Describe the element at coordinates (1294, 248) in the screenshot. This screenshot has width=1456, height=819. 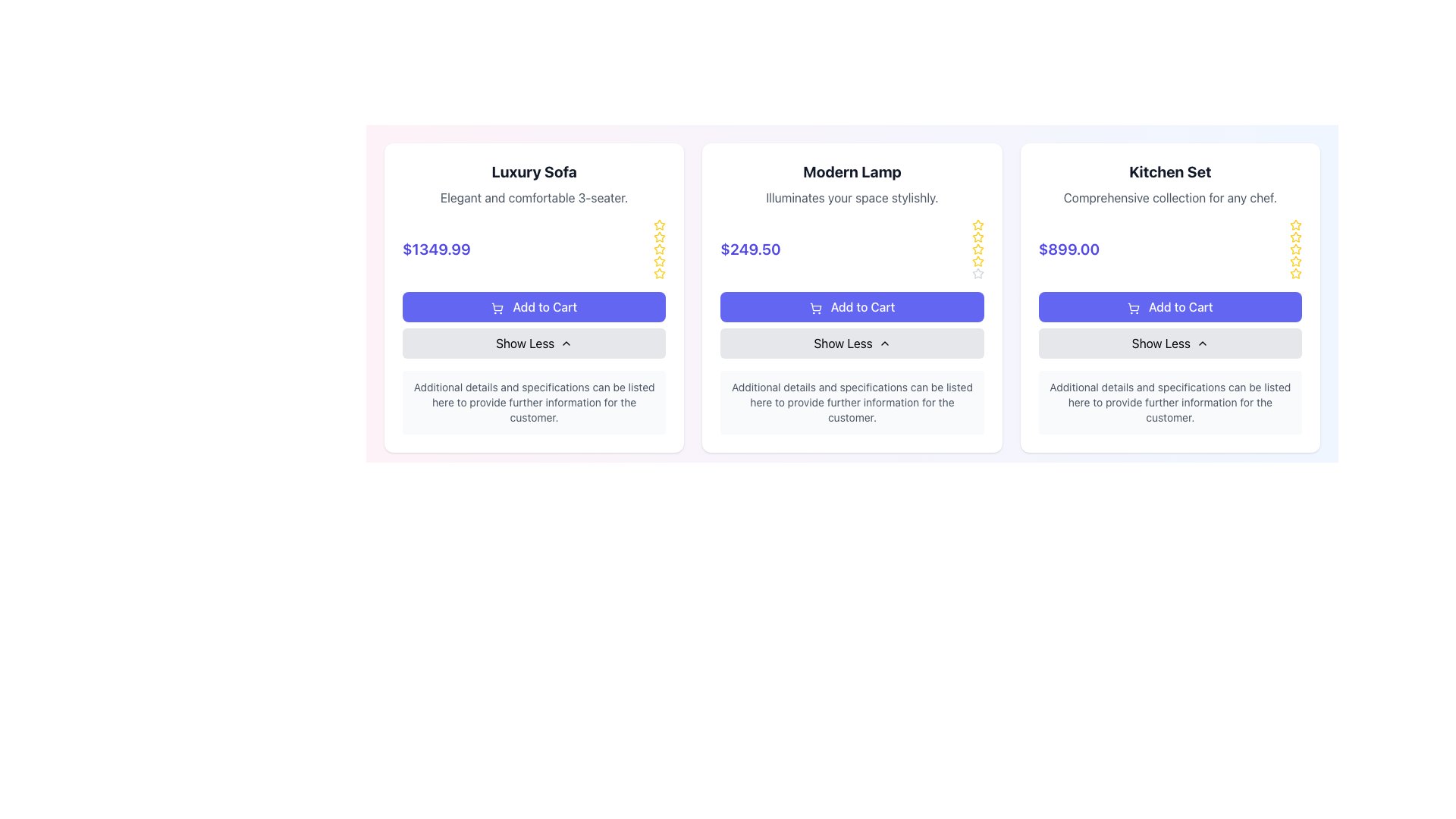
I see `the fourth star-shaped icon with a yellow outline, located next to the text 'Kitchen Set' and below the price '$899.00'` at that location.